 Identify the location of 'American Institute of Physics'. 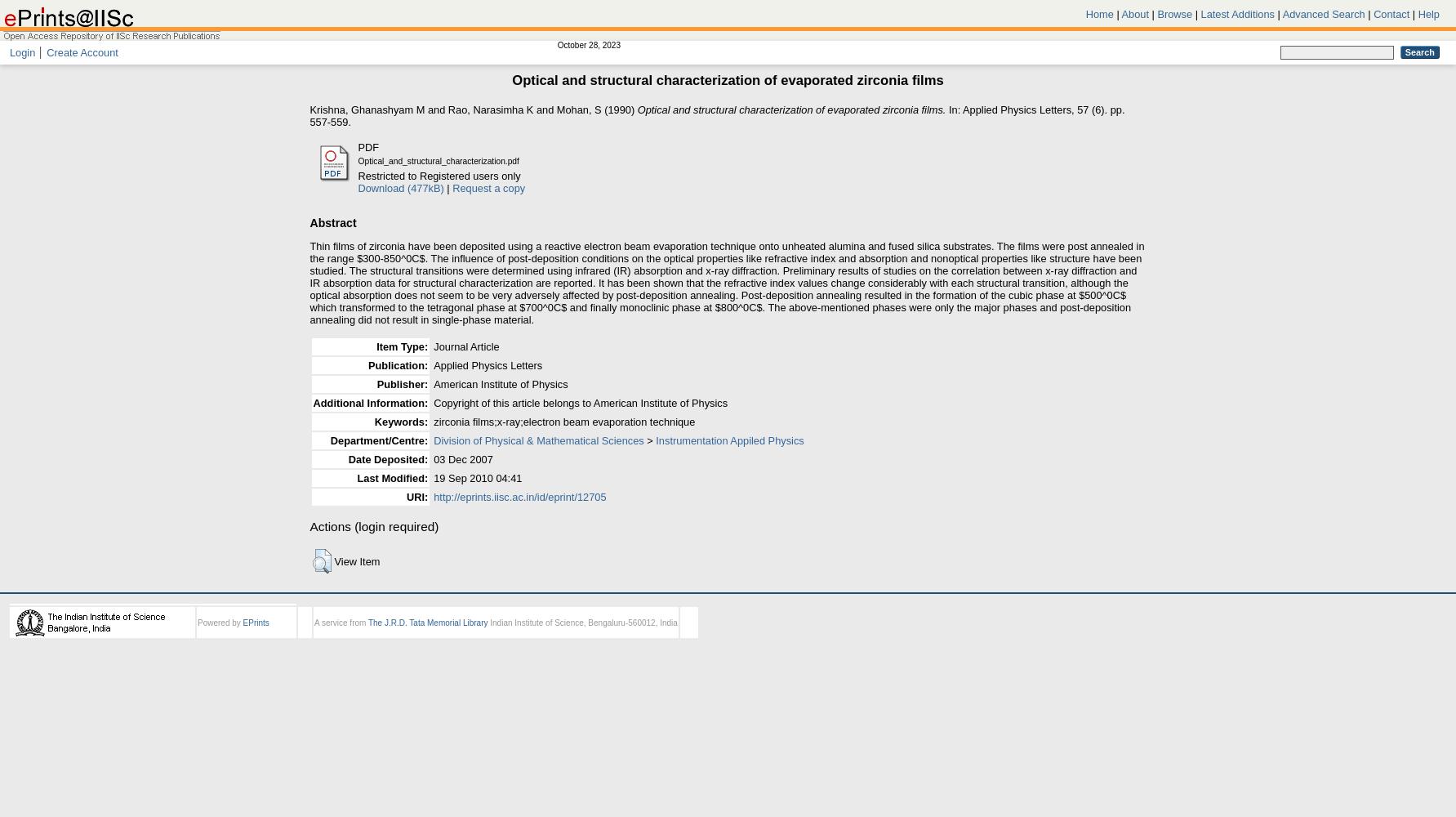
(500, 382).